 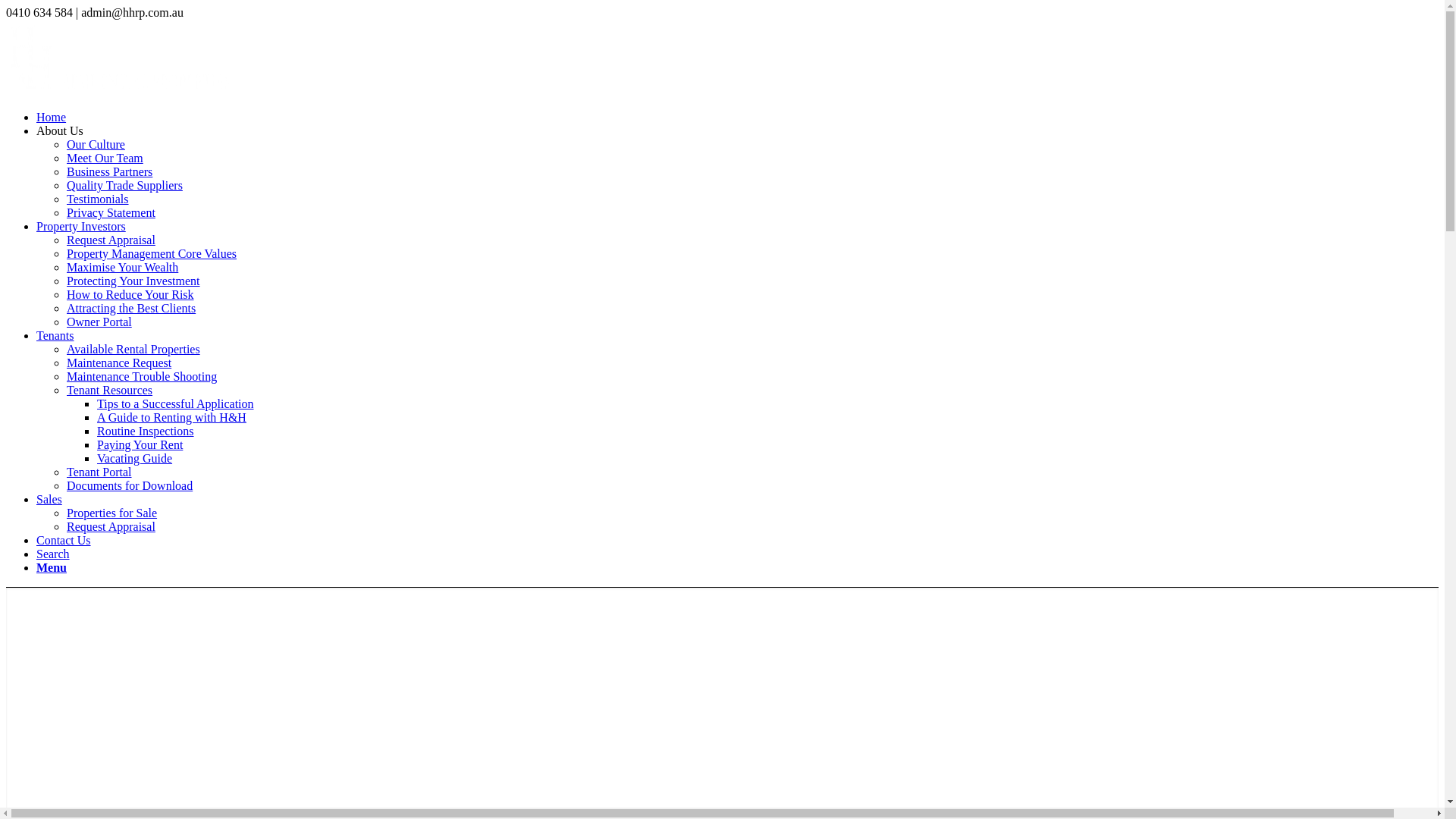 What do you see at coordinates (98, 321) in the screenshot?
I see `'Owner Portal'` at bounding box center [98, 321].